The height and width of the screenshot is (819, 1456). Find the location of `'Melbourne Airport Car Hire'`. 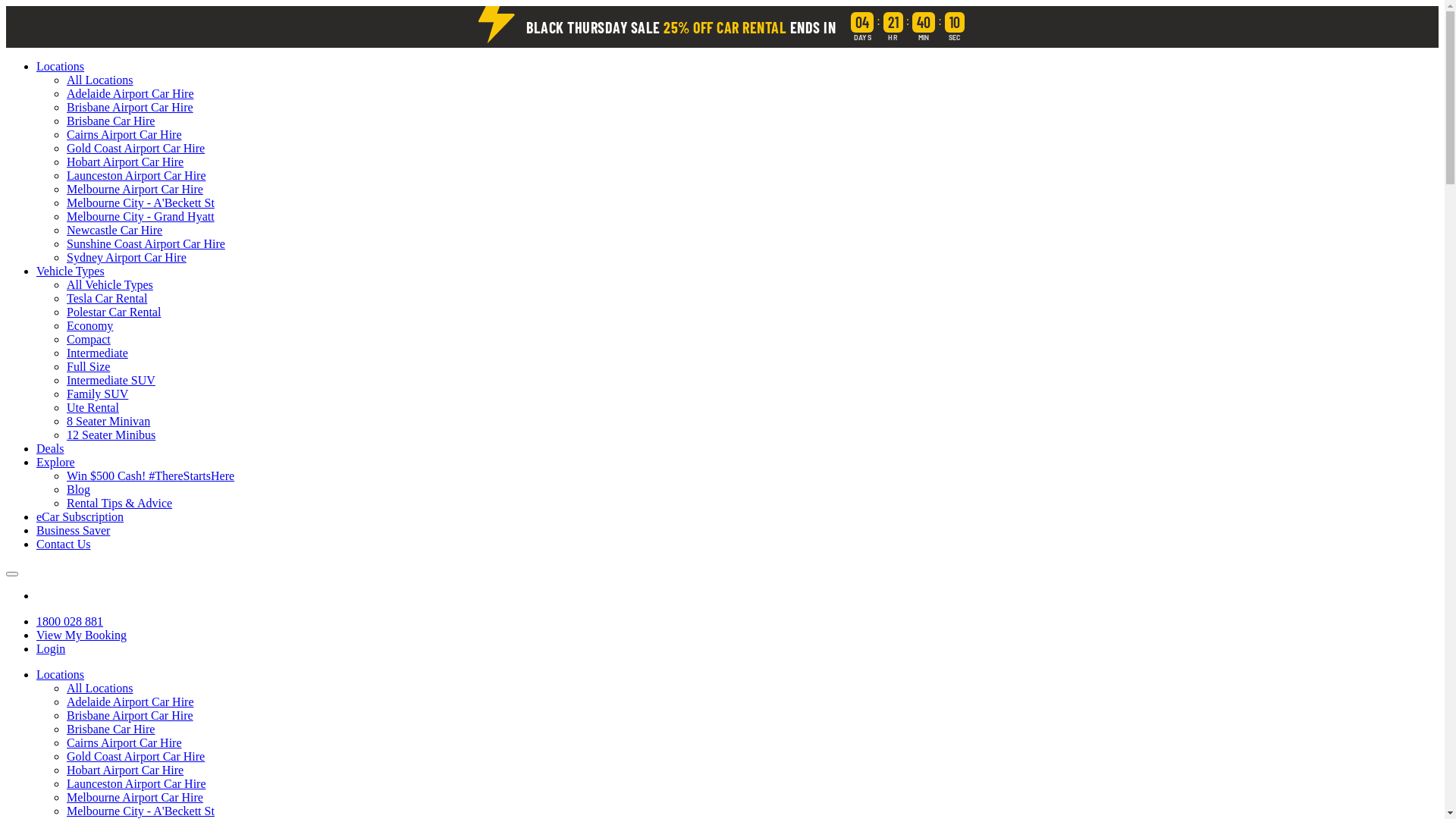

'Melbourne Airport Car Hire' is located at coordinates (134, 796).